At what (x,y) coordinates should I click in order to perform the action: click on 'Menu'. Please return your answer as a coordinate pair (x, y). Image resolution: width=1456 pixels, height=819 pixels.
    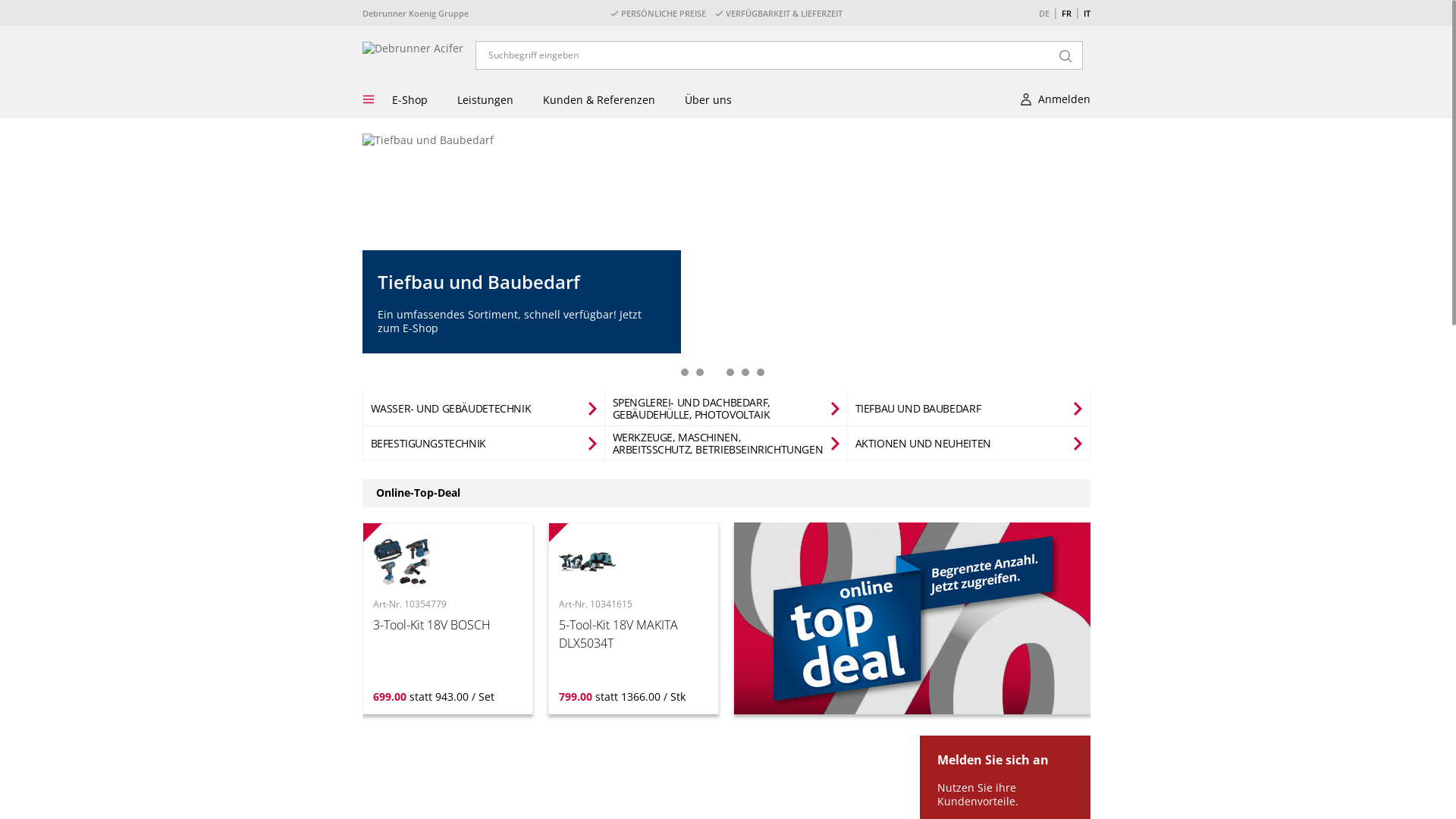
    Looking at the image, I should click on (370, 99).